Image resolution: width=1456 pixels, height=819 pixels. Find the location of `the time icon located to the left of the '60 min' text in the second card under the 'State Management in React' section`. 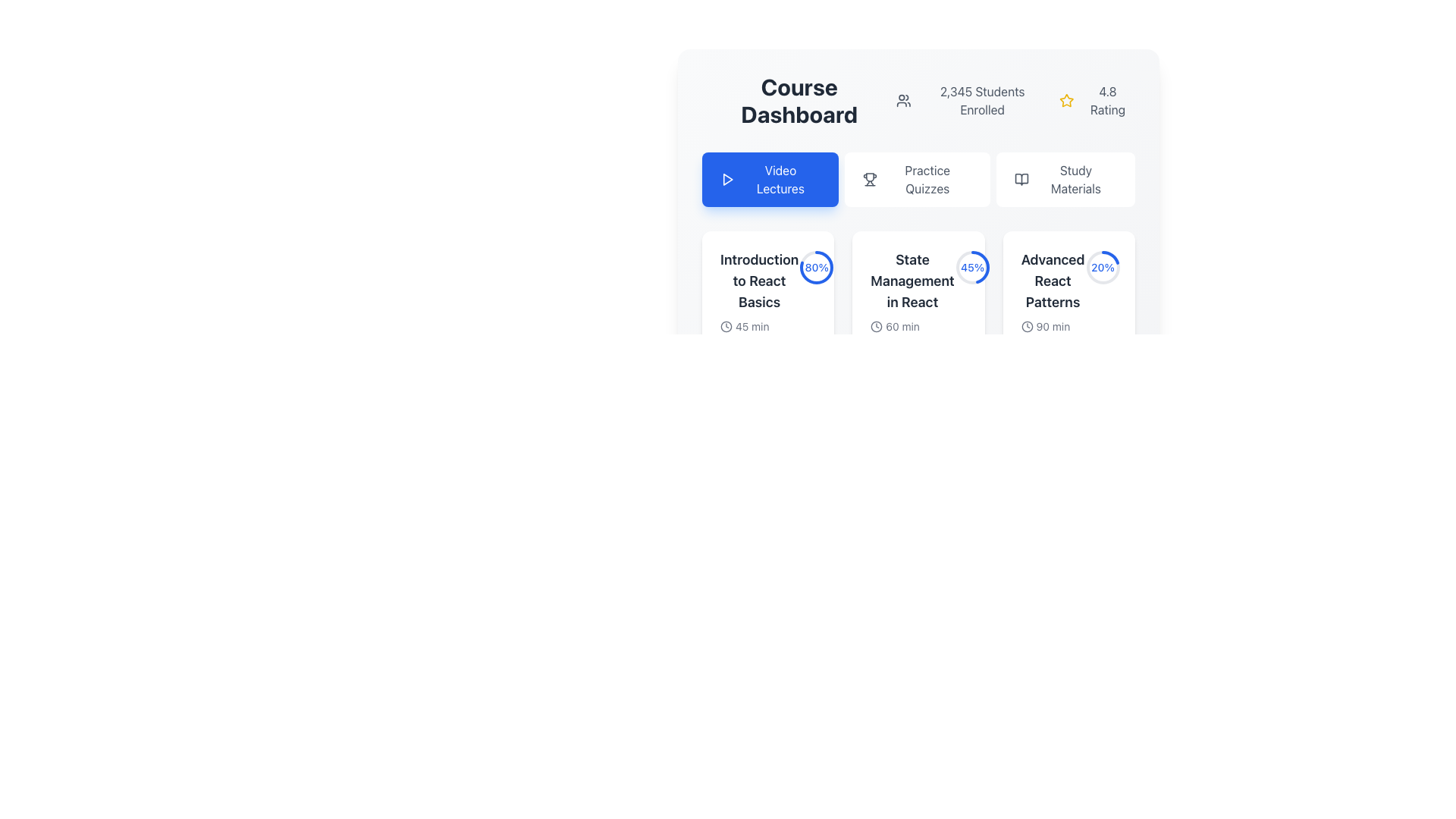

the time icon located to the left of the '60 min' text in the second card under the 'State Management in React' section is located at coordinates (877, 326).